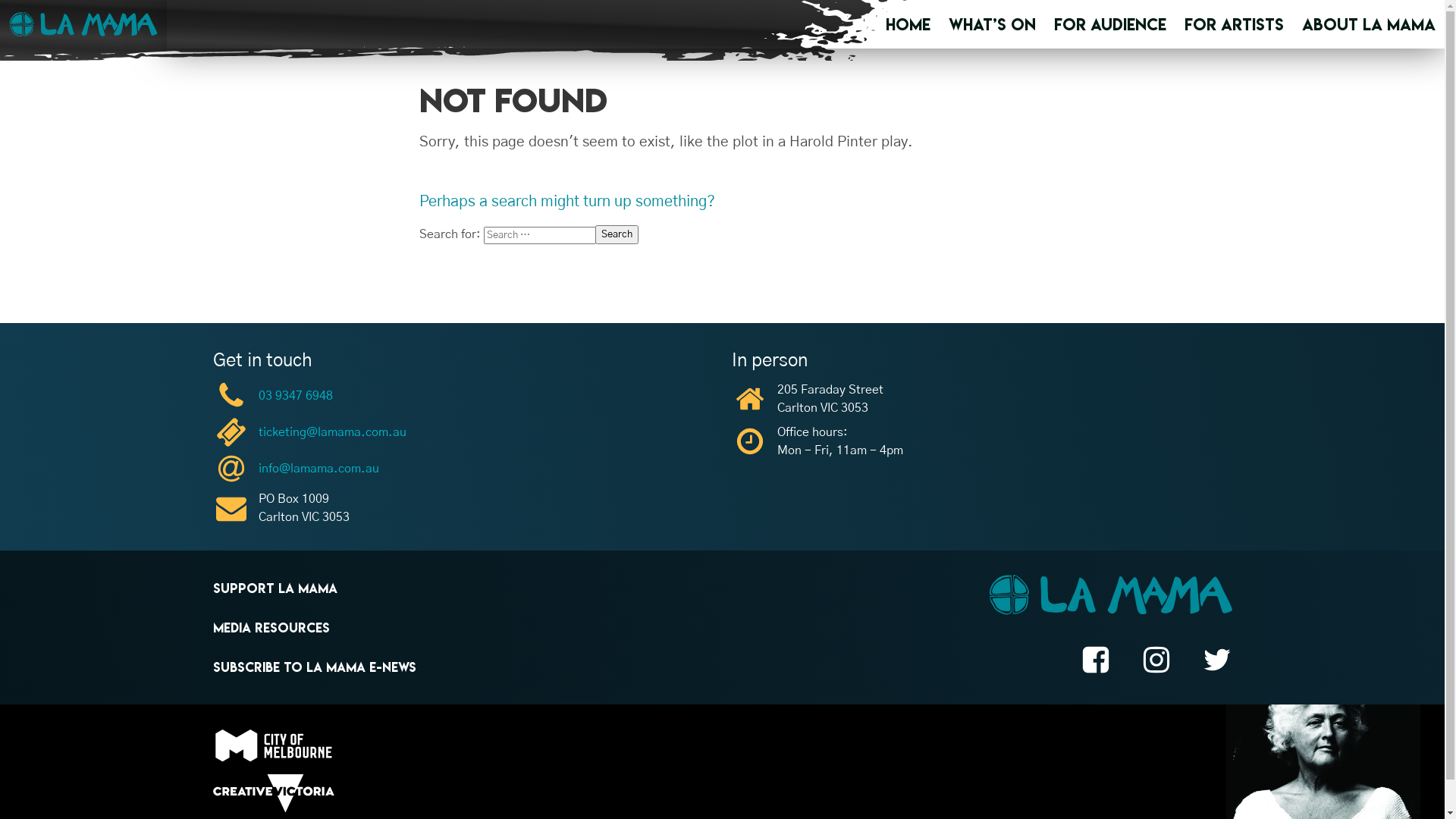  Describe the element at coordinates (1368, 24) in the screenshot. I see `'About La Mama'` at that location.